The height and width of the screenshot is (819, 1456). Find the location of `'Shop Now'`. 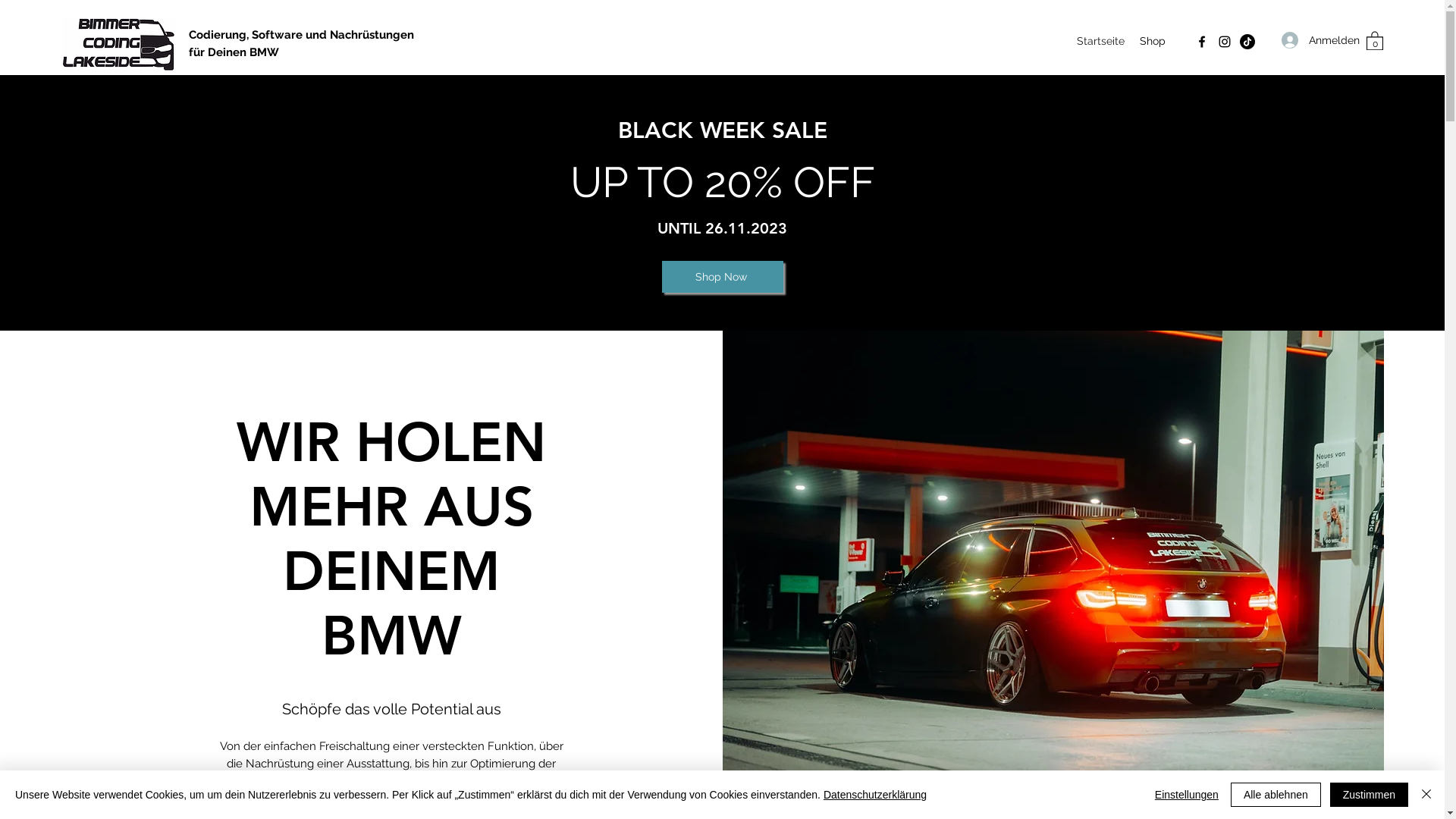

'Shop Now' is located at coordinates (720, 277).